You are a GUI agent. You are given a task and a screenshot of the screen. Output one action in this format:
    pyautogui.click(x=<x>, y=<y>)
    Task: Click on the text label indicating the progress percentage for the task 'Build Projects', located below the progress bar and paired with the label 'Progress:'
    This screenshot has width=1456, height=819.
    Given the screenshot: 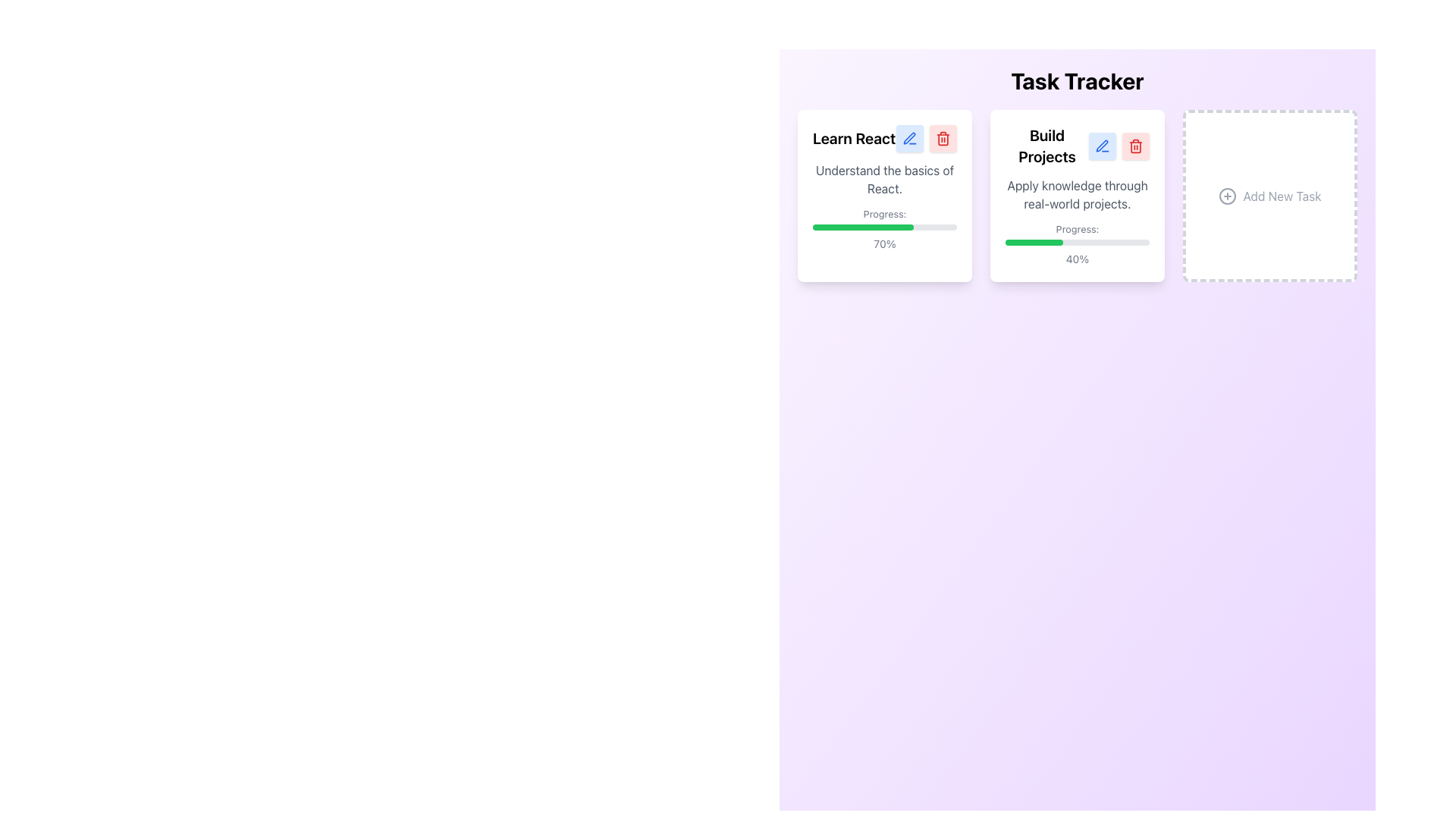 What is the action you would take?
    pyautogui.click(x=1076, y=259)
    